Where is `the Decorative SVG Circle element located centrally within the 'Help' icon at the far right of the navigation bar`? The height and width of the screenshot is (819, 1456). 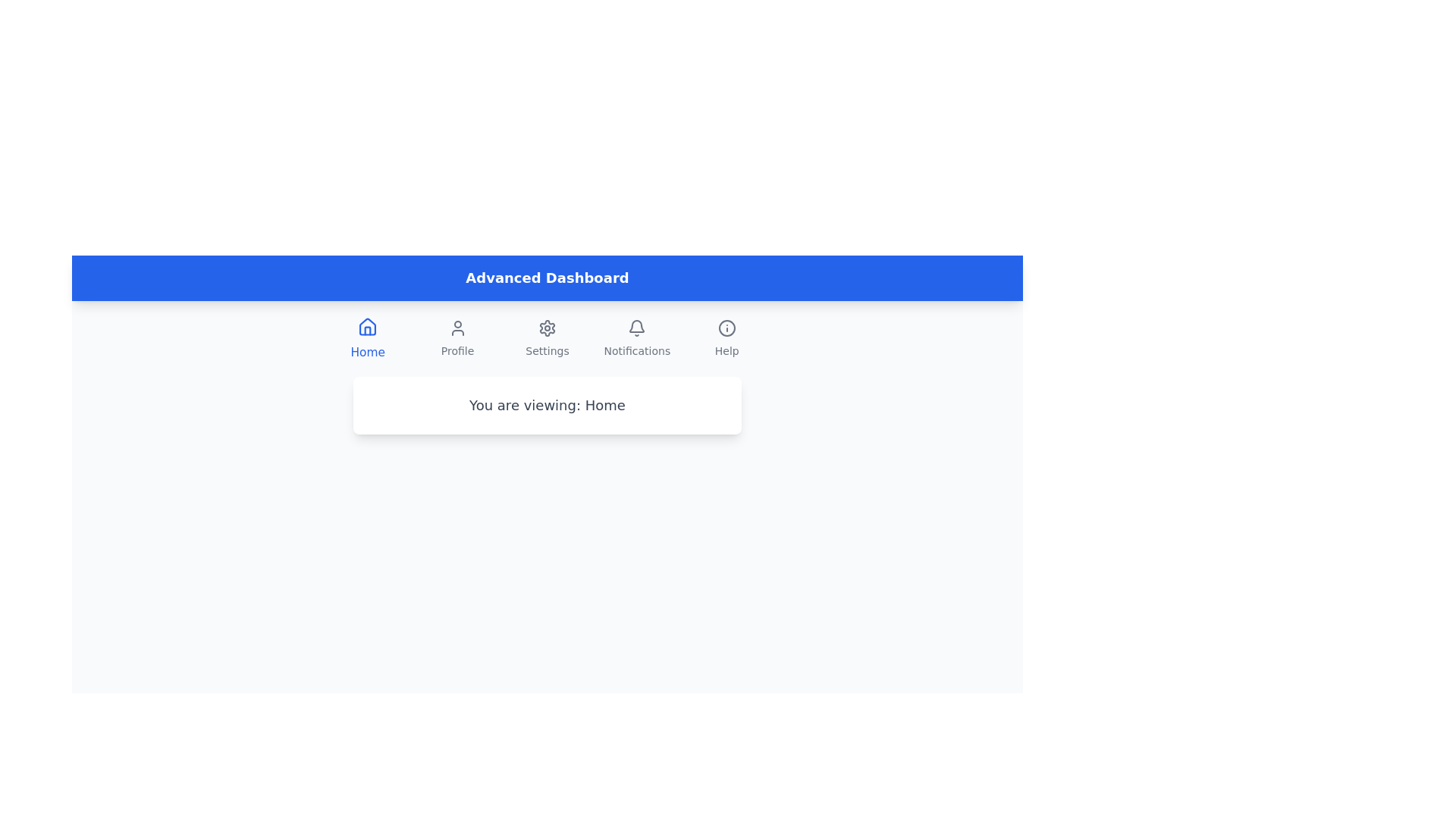 the Decorative SVG Circle element located centrally within the 'Help' icon at the far right of the navigation bar is located at coordinates (726, 327).